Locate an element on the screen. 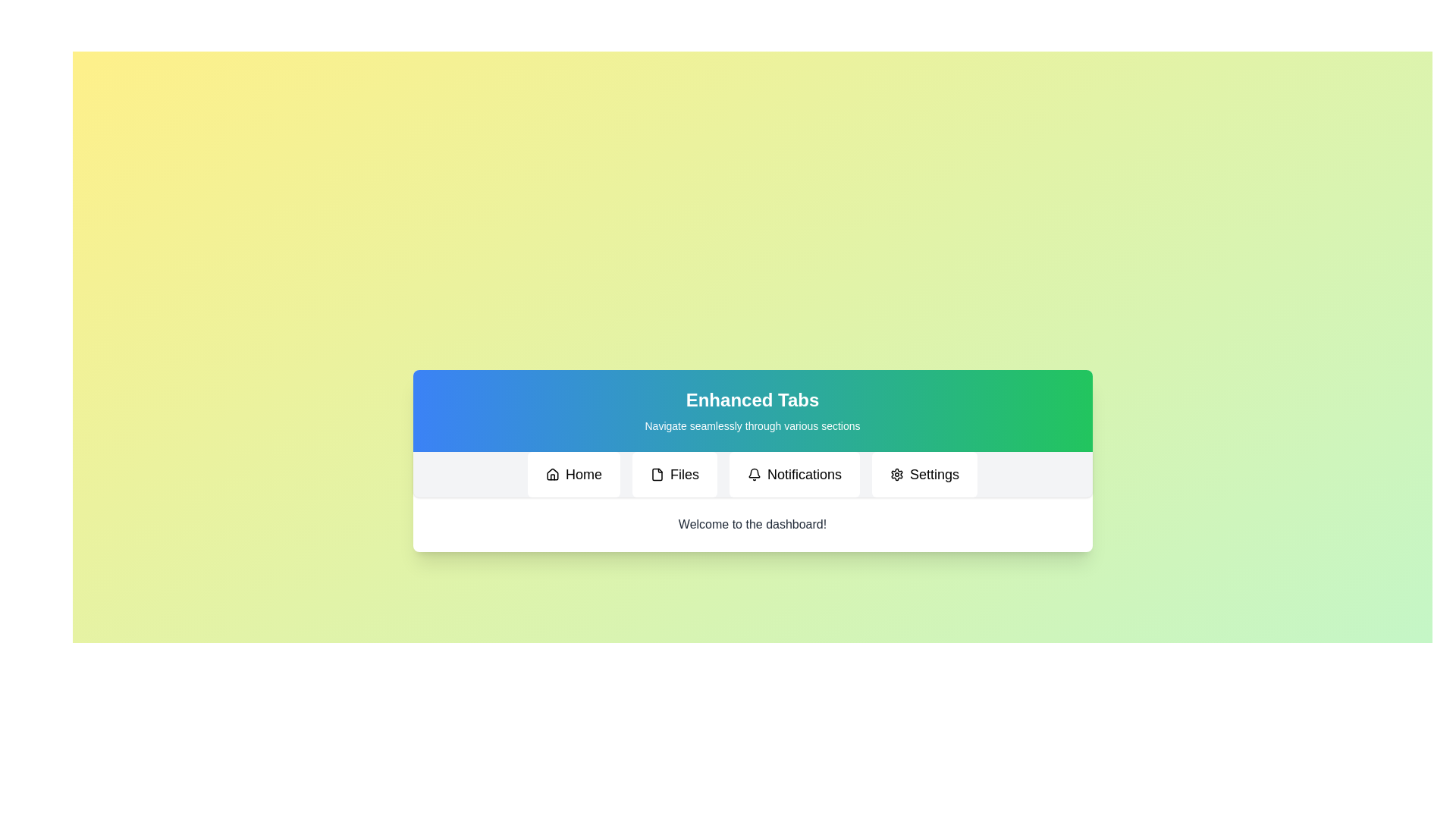 This screenshot has width=1456, height=819. the 'Files' icon in the navigation bar, which is located between the 'Home' and 'Notifications' icons is located at coordinates (657, 473).